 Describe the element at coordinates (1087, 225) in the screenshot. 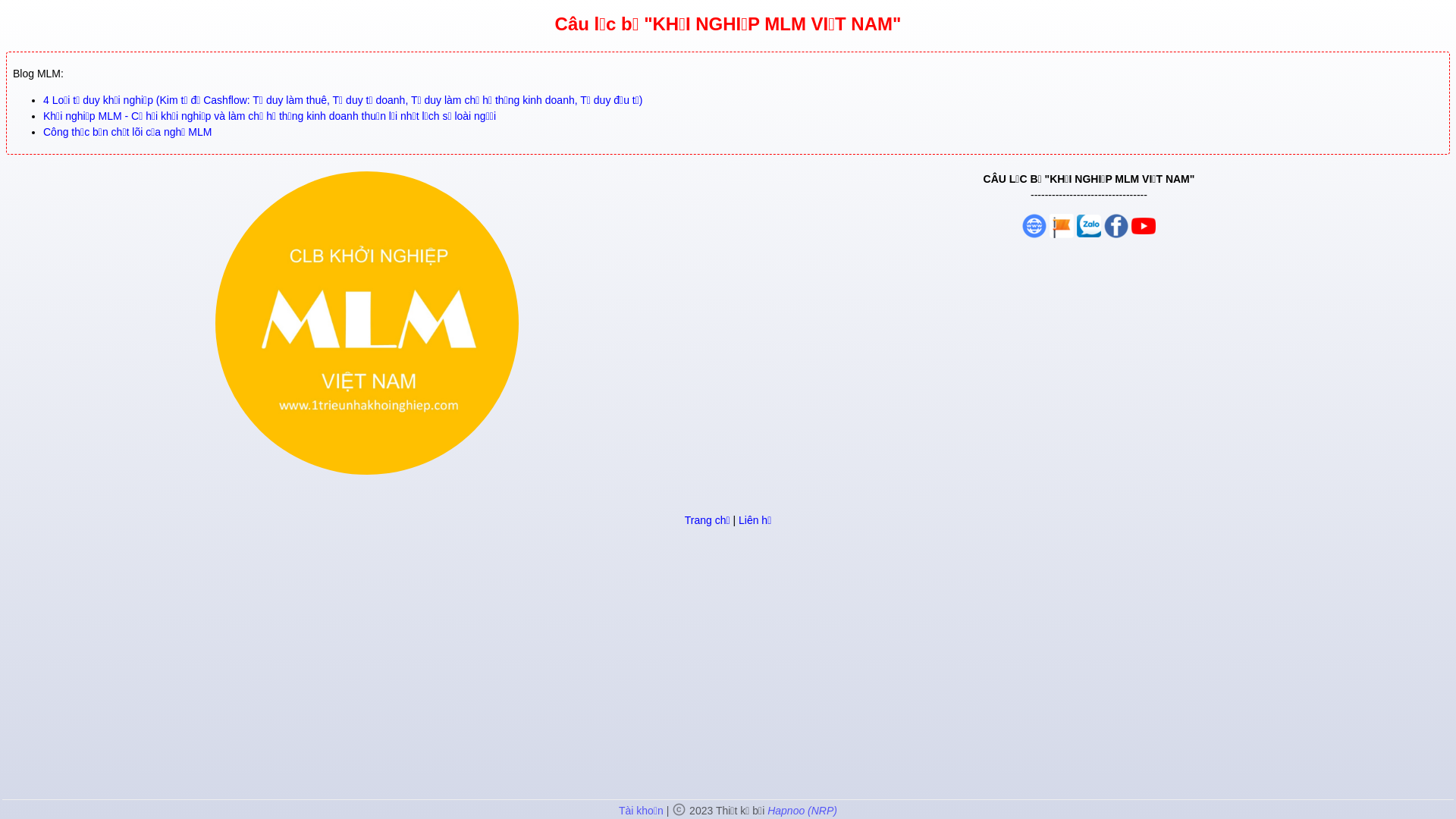

I see `'Group Zalo'` at that location.